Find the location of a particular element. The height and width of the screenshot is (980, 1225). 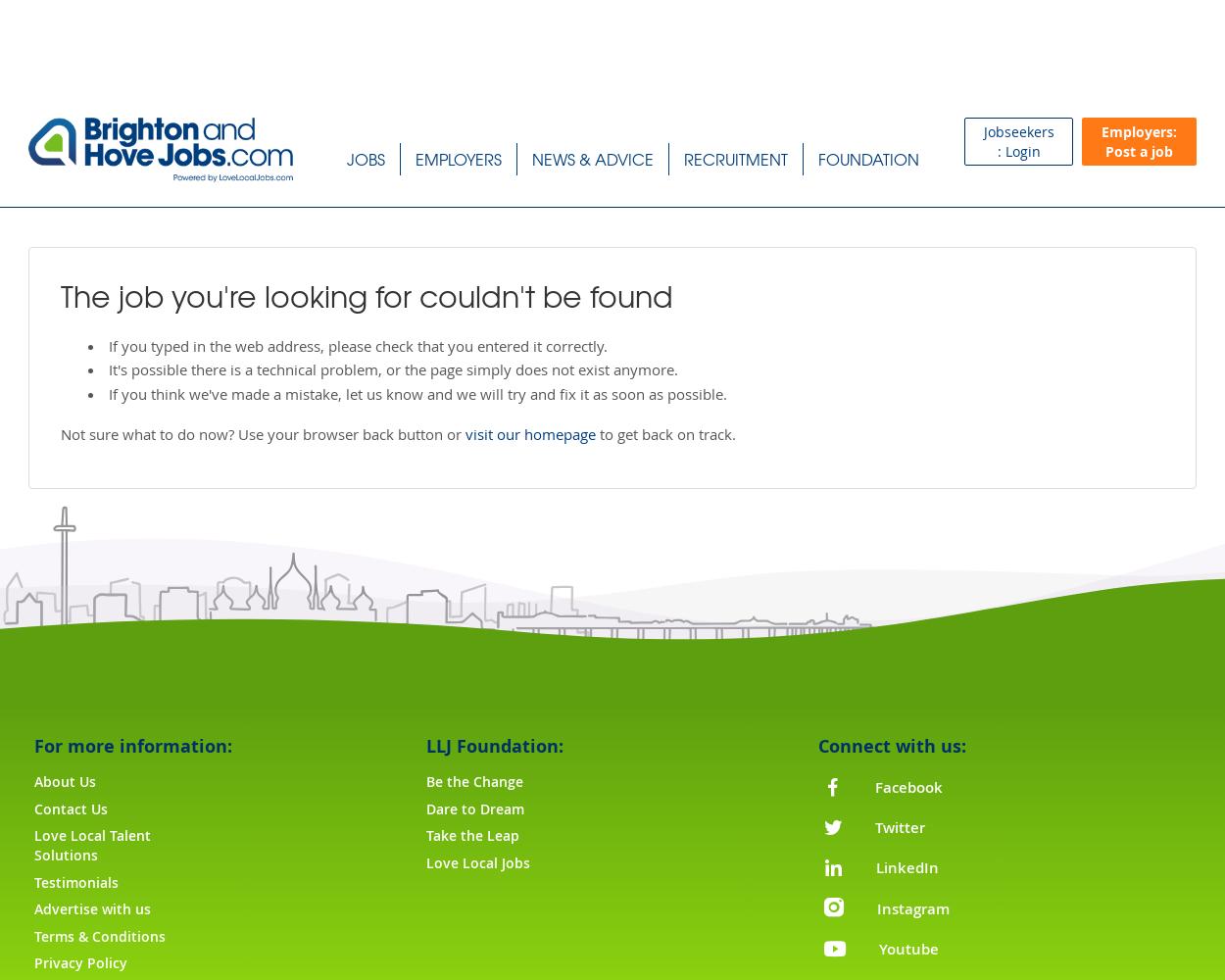

'Not sure what to do now? Use your browser back button or' is located at coordinates (262, 432).